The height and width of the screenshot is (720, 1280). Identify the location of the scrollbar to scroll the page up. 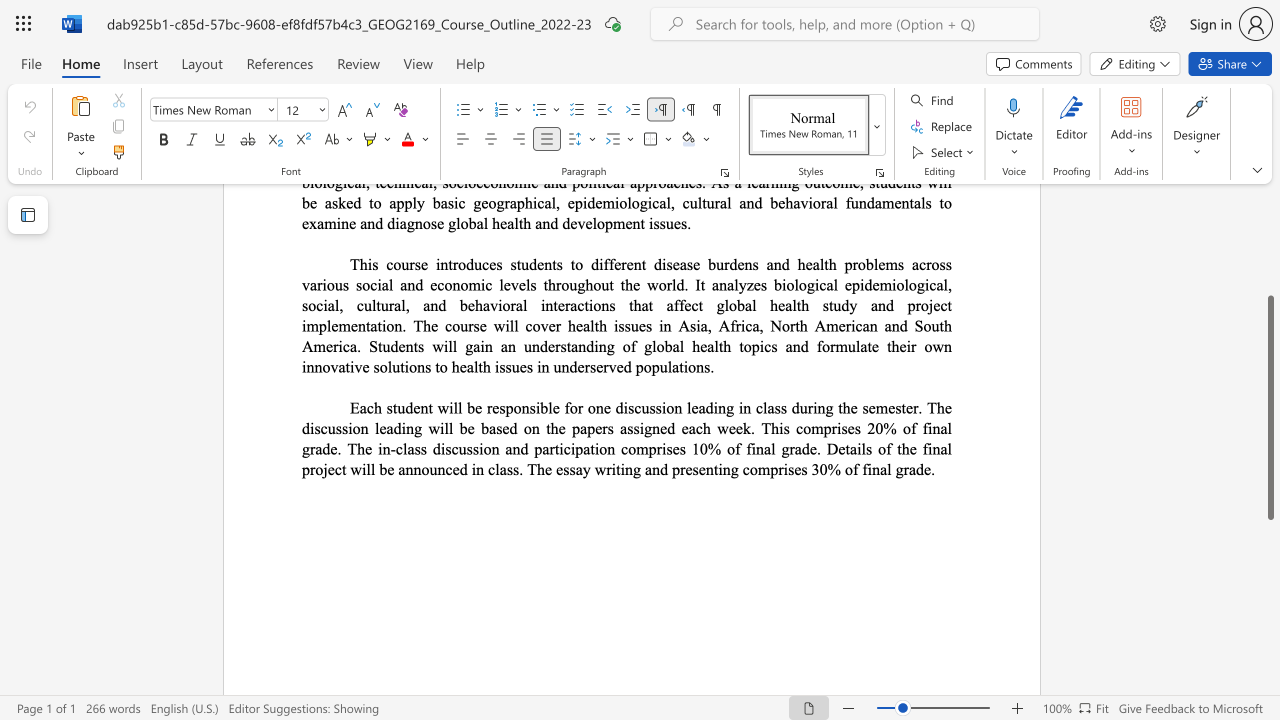
(1269, 258).